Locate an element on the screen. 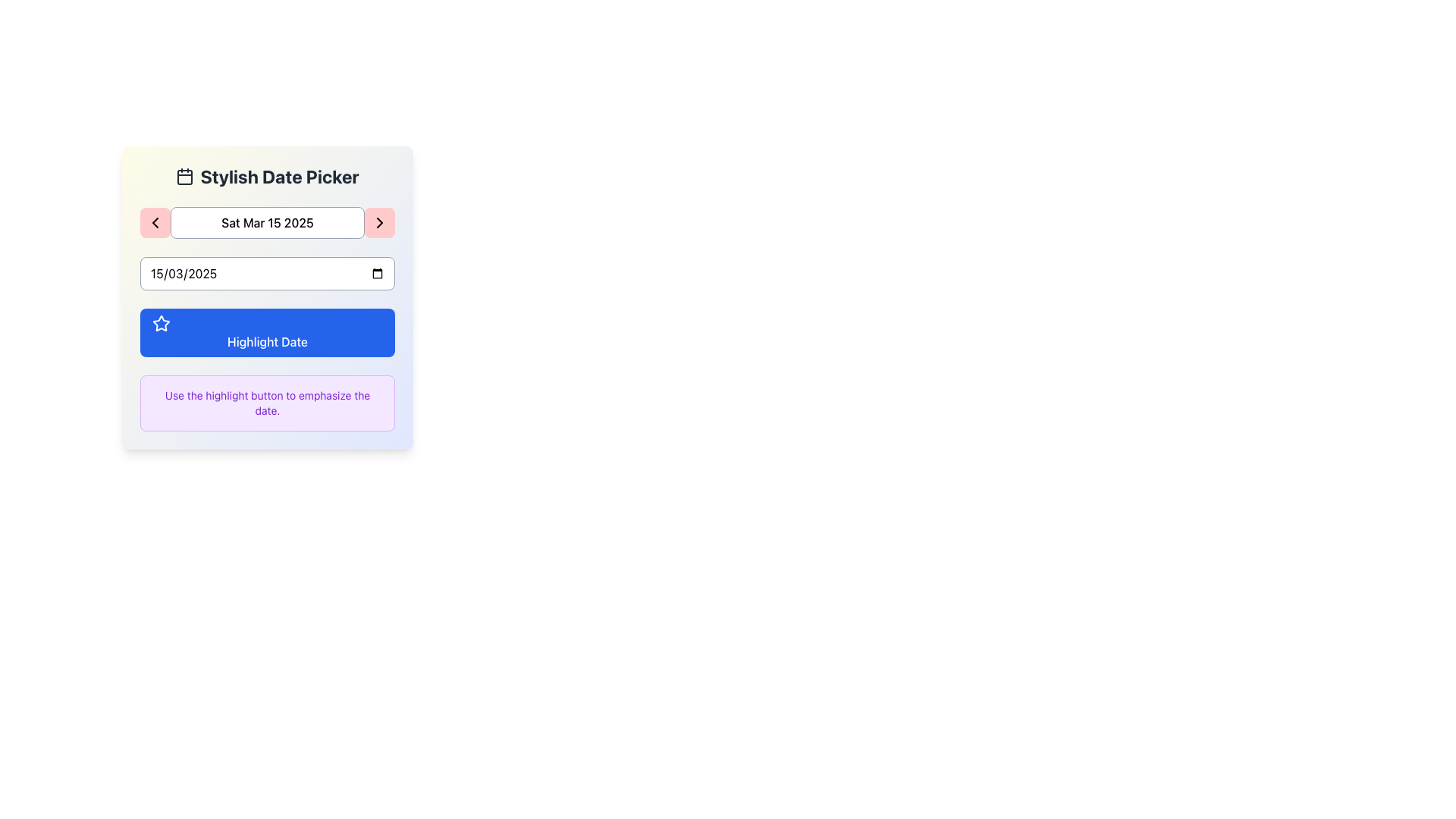 Image resolution: width=1456 pixels, height=819 pixels. the small black right-pointing chevron arrow icon located within the pink button next to the displayed date 'Sat Mar 15 2025' is located at coordinates (379, 222).